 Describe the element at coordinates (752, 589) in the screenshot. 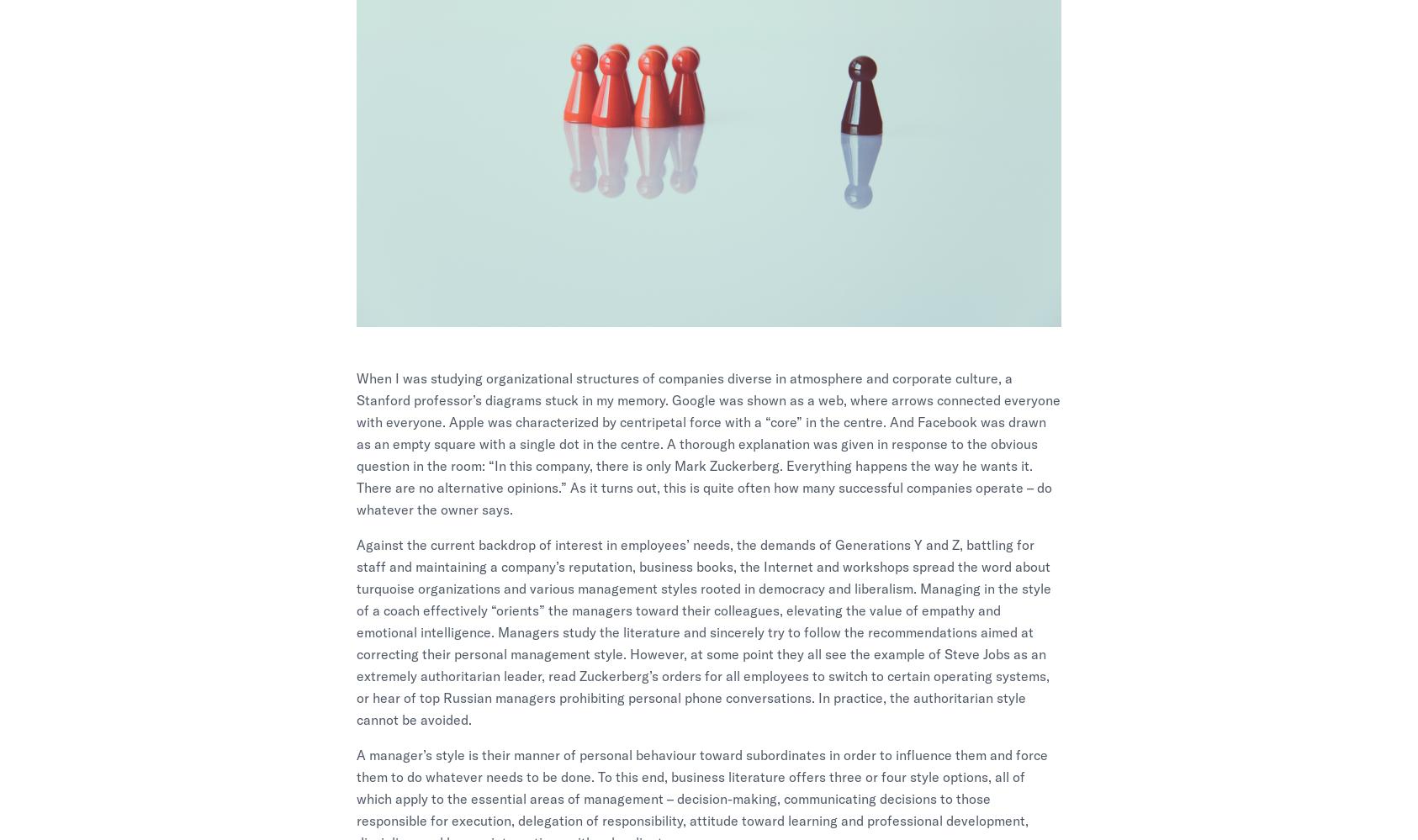

I see `'Product'` at that location.